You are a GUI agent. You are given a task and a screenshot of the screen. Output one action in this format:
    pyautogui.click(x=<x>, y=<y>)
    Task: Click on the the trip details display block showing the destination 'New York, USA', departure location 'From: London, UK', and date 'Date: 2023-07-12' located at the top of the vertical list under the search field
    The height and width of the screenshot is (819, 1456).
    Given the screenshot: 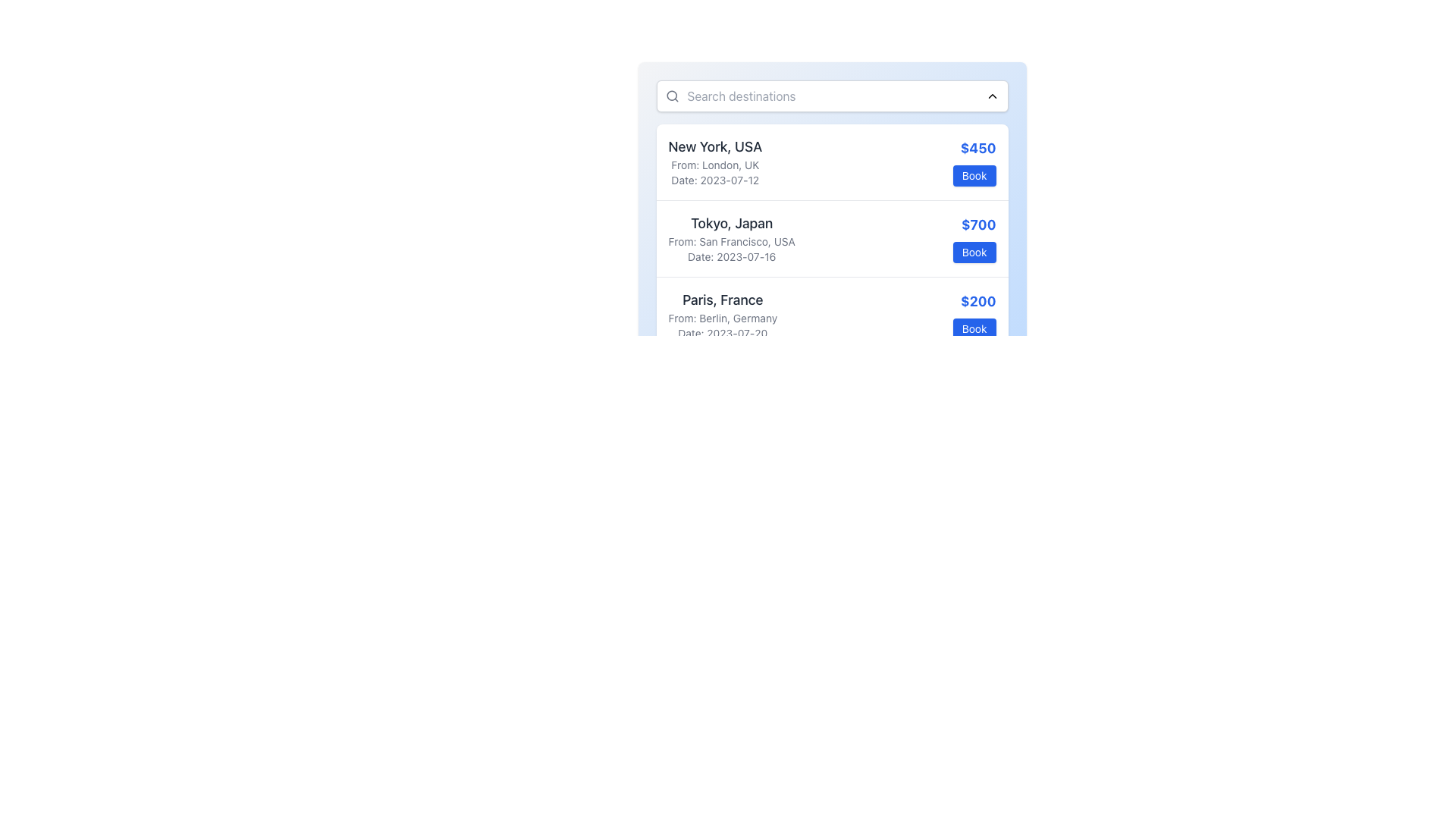 What is the action you would take?
    pyautogui.click(x=714, y=162)
    